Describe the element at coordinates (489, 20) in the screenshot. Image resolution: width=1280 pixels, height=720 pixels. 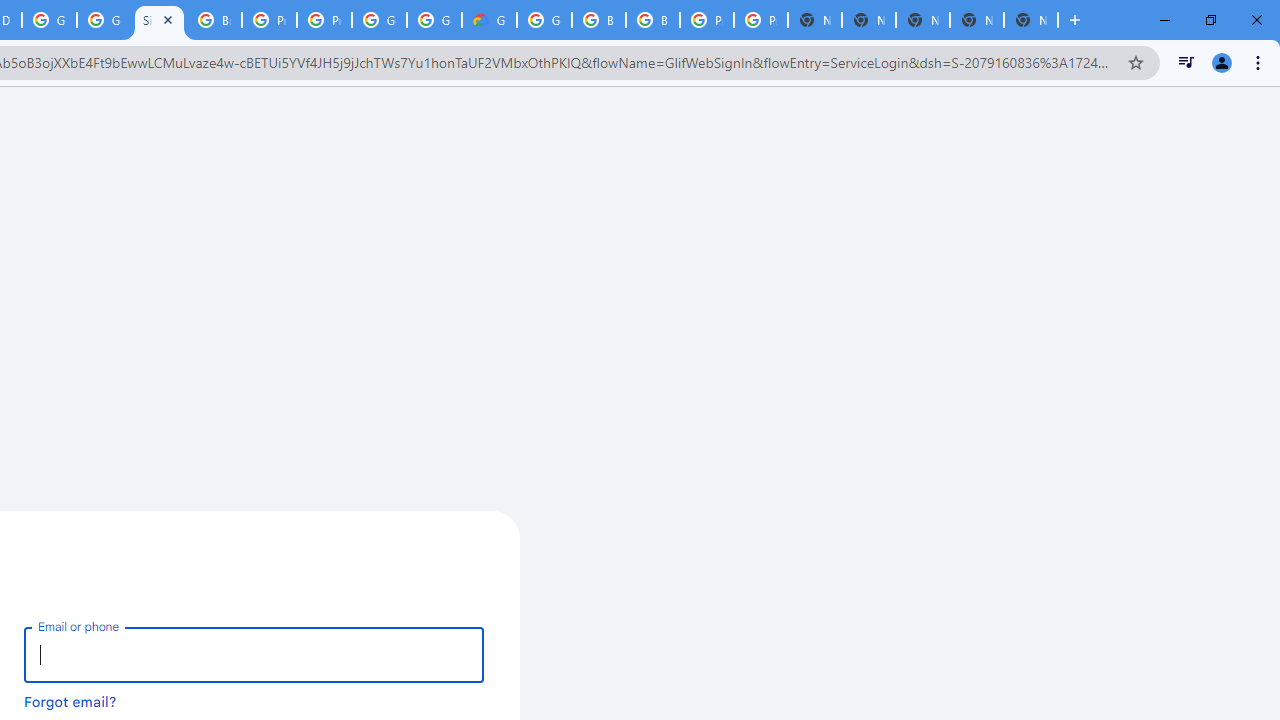
I see `'Google Cloud Estimate Summary'` at that location.